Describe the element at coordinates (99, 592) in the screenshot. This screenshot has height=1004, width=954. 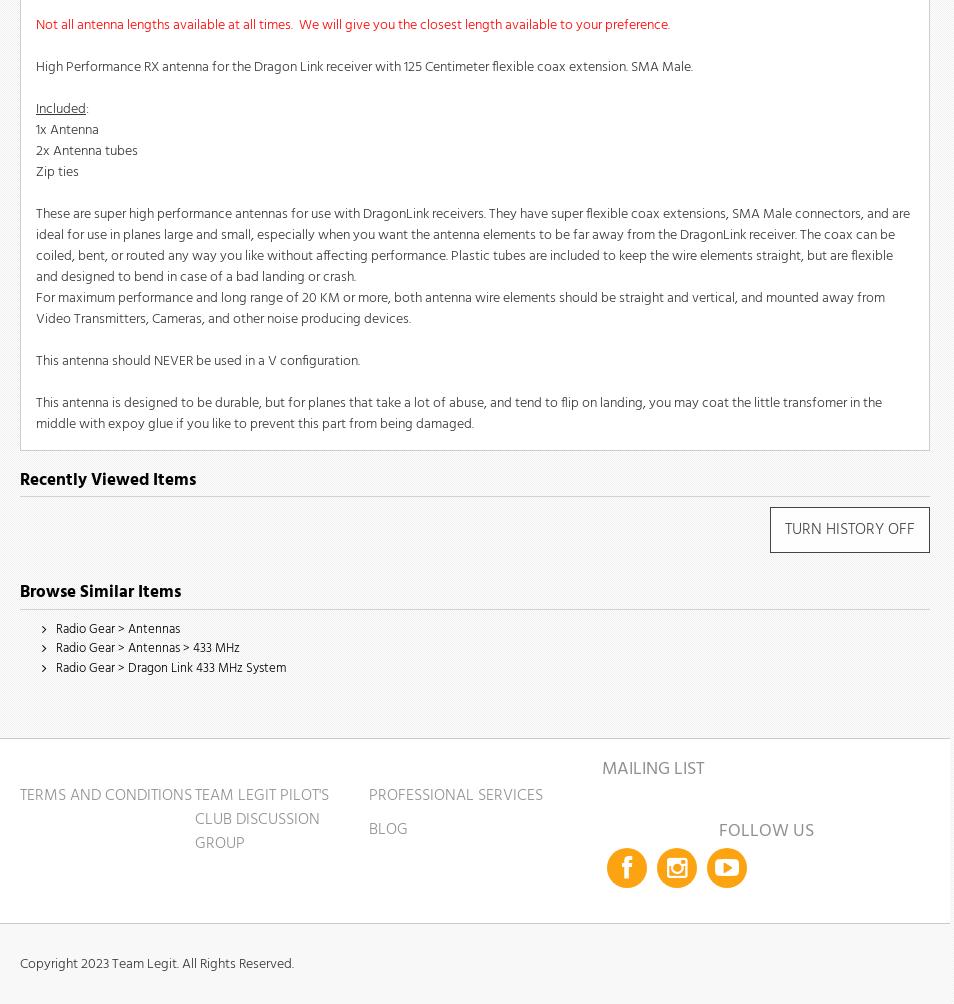
I see `'Browse Similar Items'` at that location.